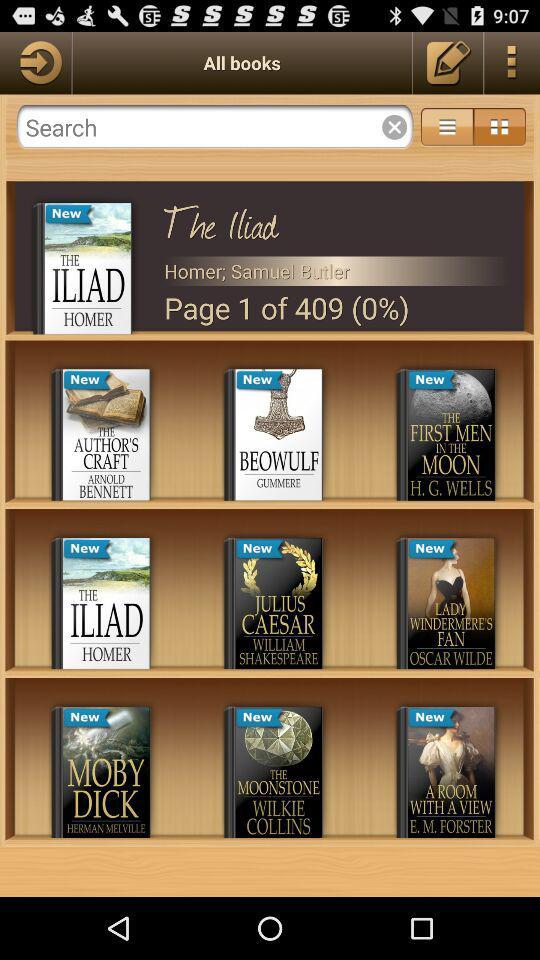 This screenshot has height=960, width=540. What do you see at coordinates (447, 126) in the screenshot?
I see `drop down menu` at bounding box center [447, 126].